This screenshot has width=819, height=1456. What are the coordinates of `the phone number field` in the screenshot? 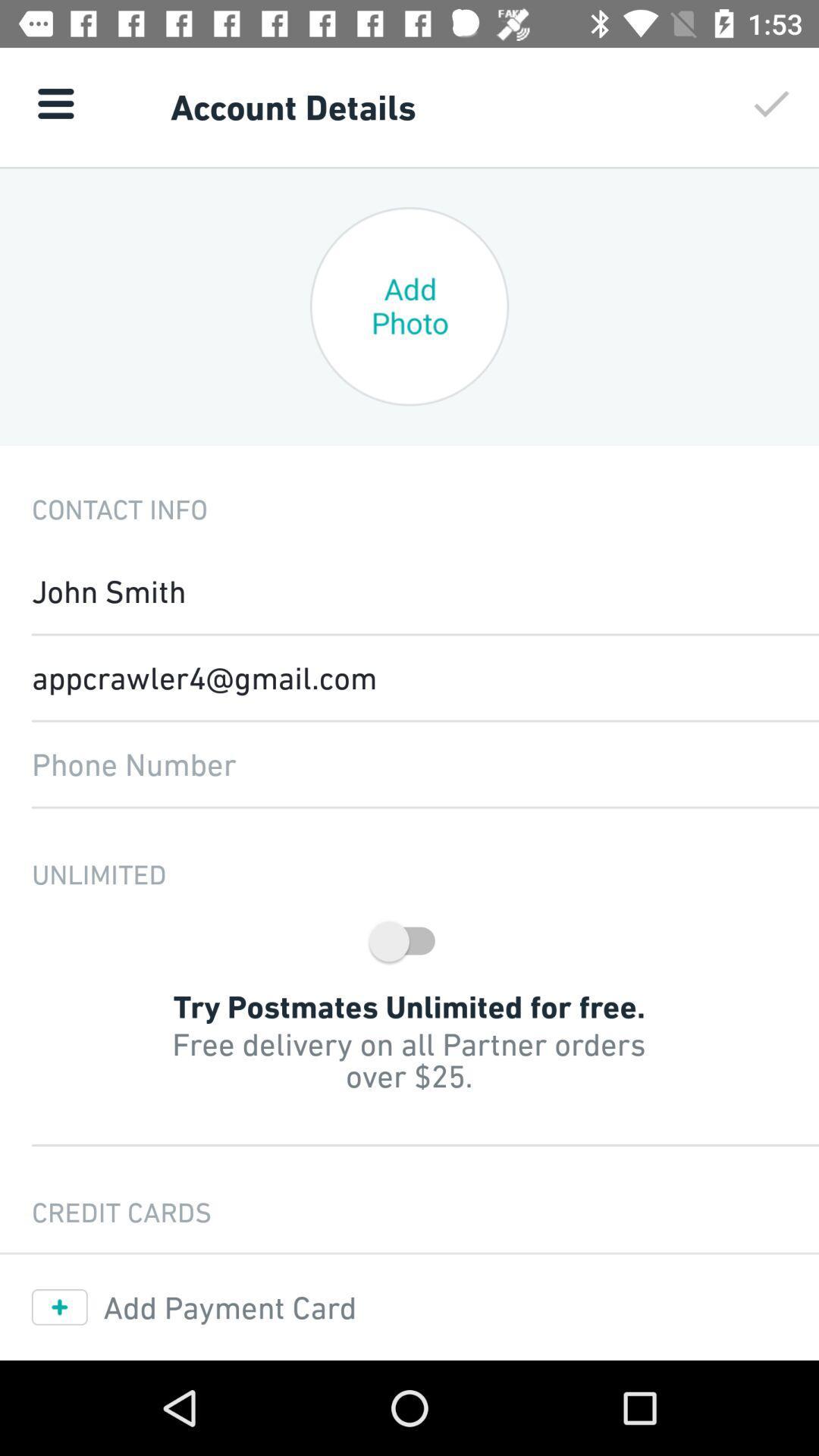 It's located at (409, 764).